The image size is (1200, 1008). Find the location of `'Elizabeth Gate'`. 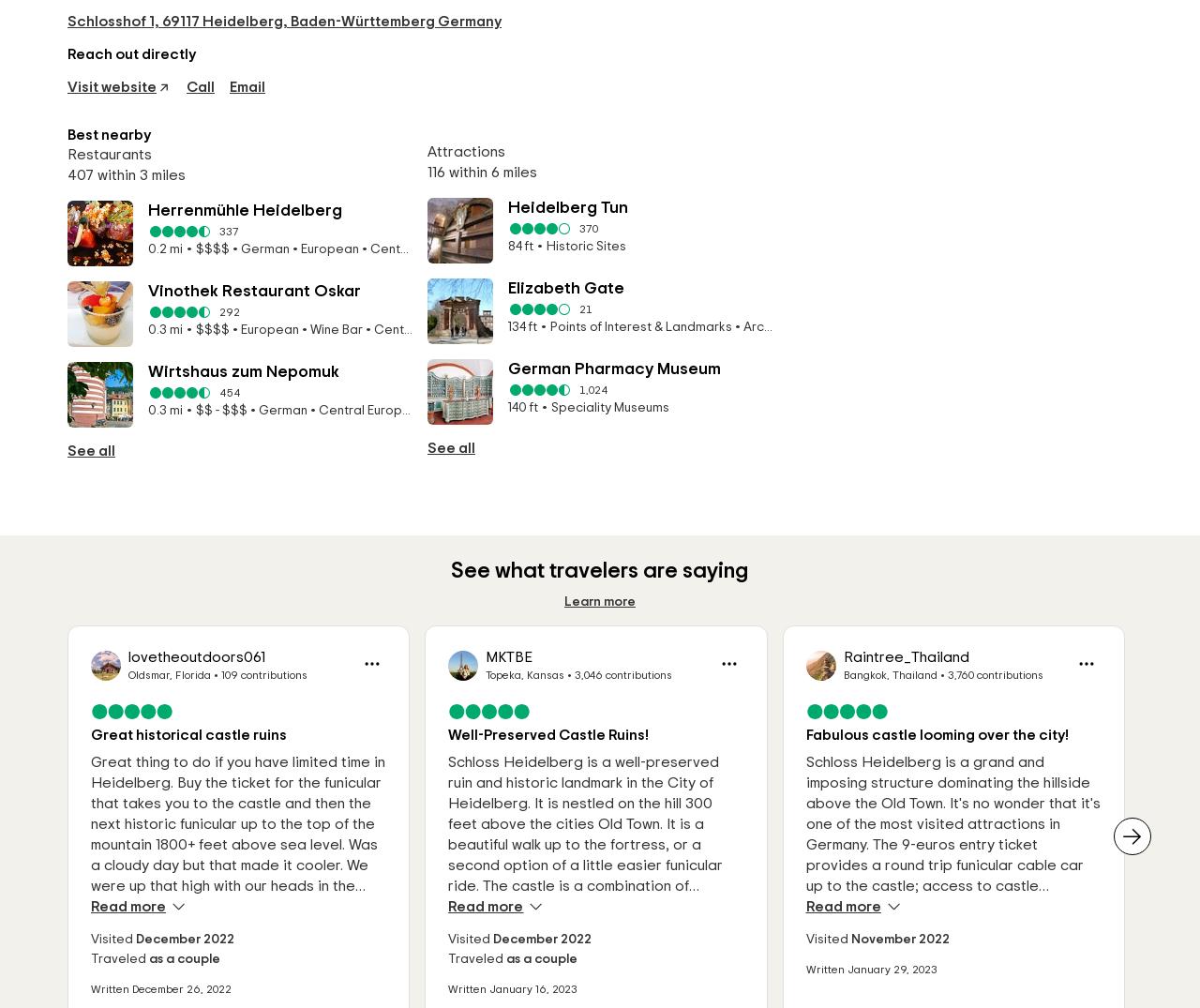

'Elizabeth Gate' is located at coordinates (507, 287).